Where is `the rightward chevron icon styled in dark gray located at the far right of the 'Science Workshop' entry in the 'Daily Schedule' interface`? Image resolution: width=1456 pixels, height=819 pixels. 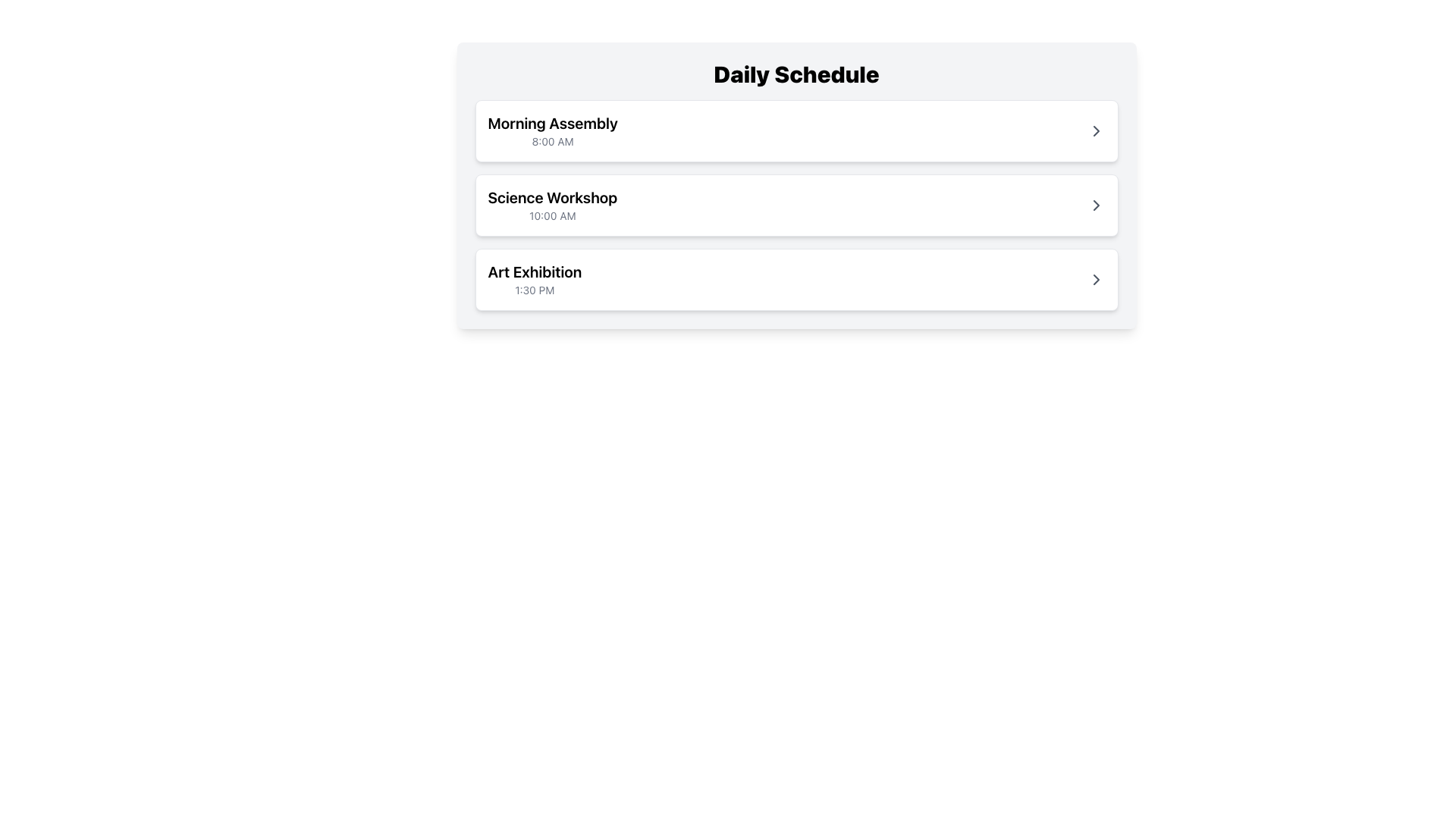 the rightward chevron icon styled in dark gray located at the far right of the 'Science Workshop' entry in the 'Daily Schedule' interface is located at coordinates (1096, 205).